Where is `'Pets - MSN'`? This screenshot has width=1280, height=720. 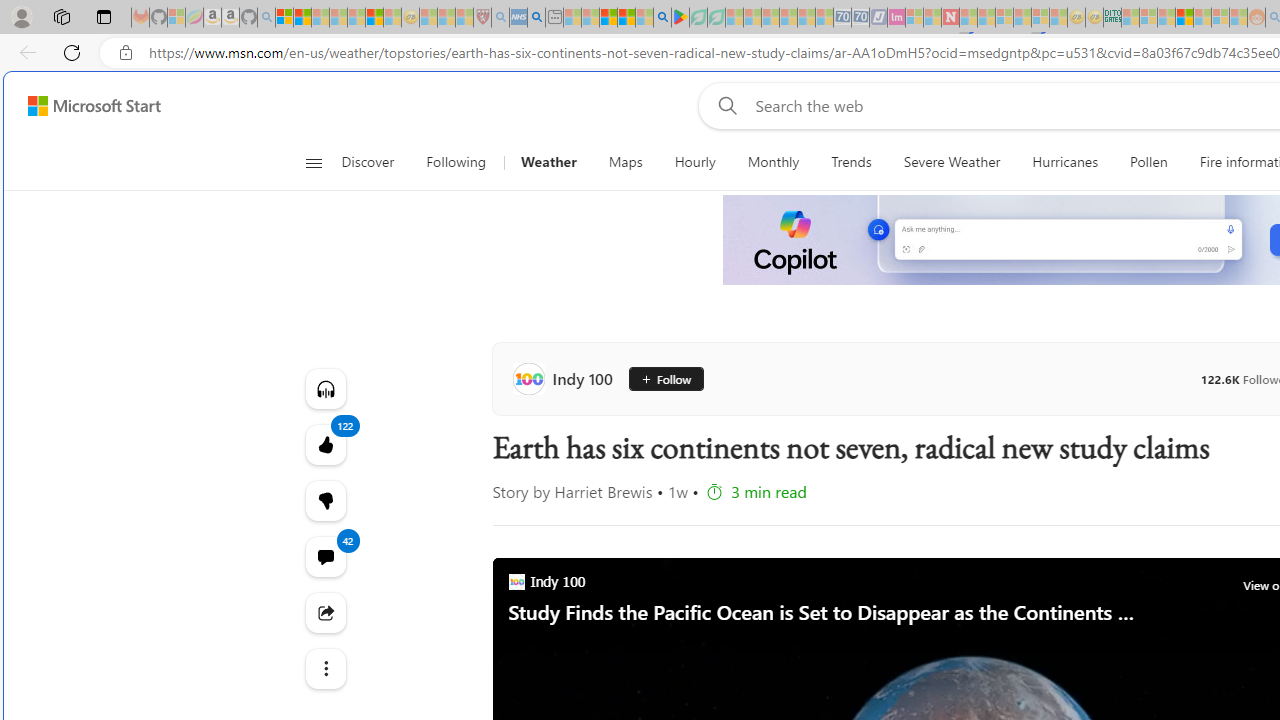
'Pets - MSN' is located at coordinates (625, 17).